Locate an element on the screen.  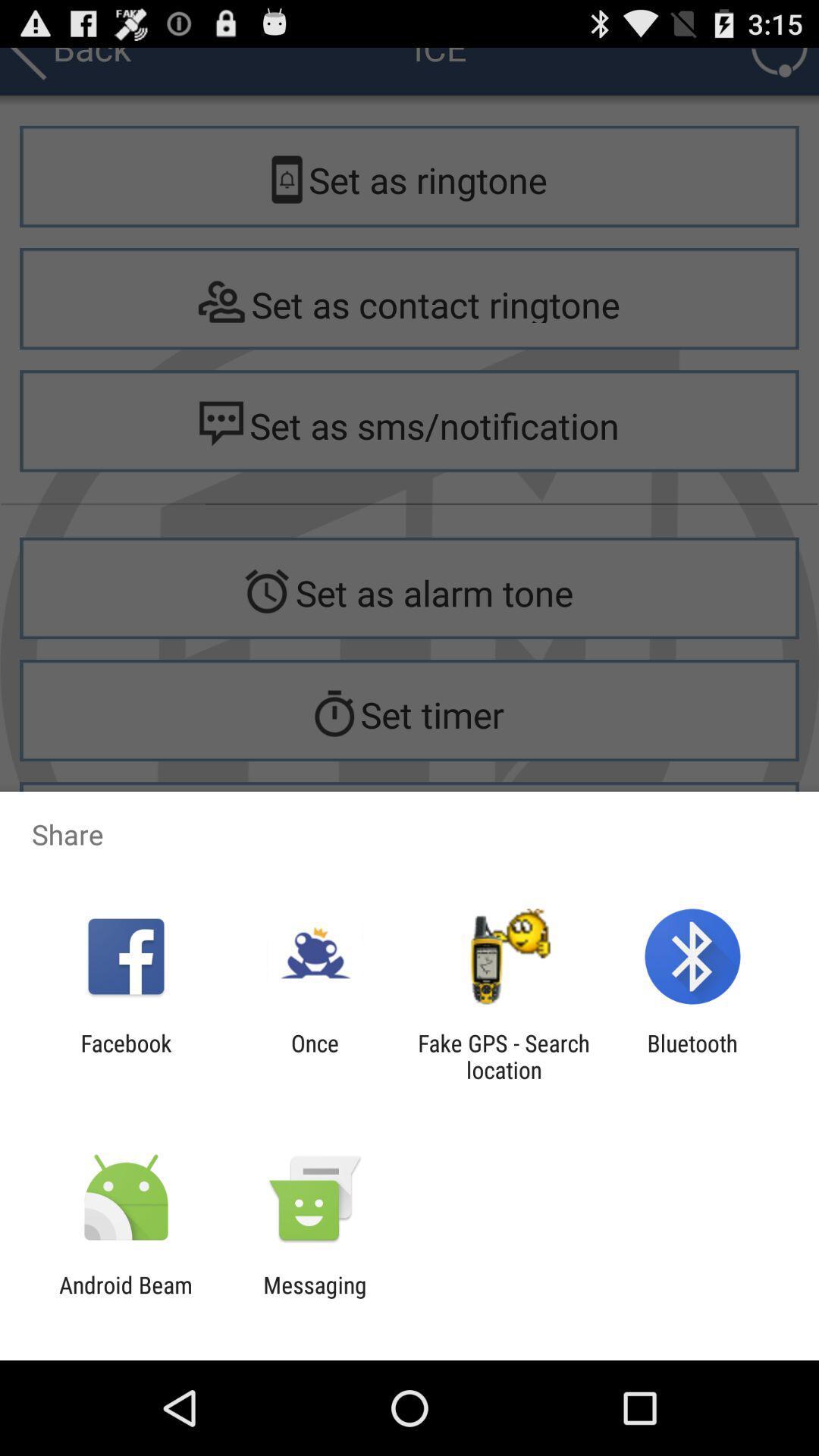
app next to the once app is located at coordinates (125, 1056).